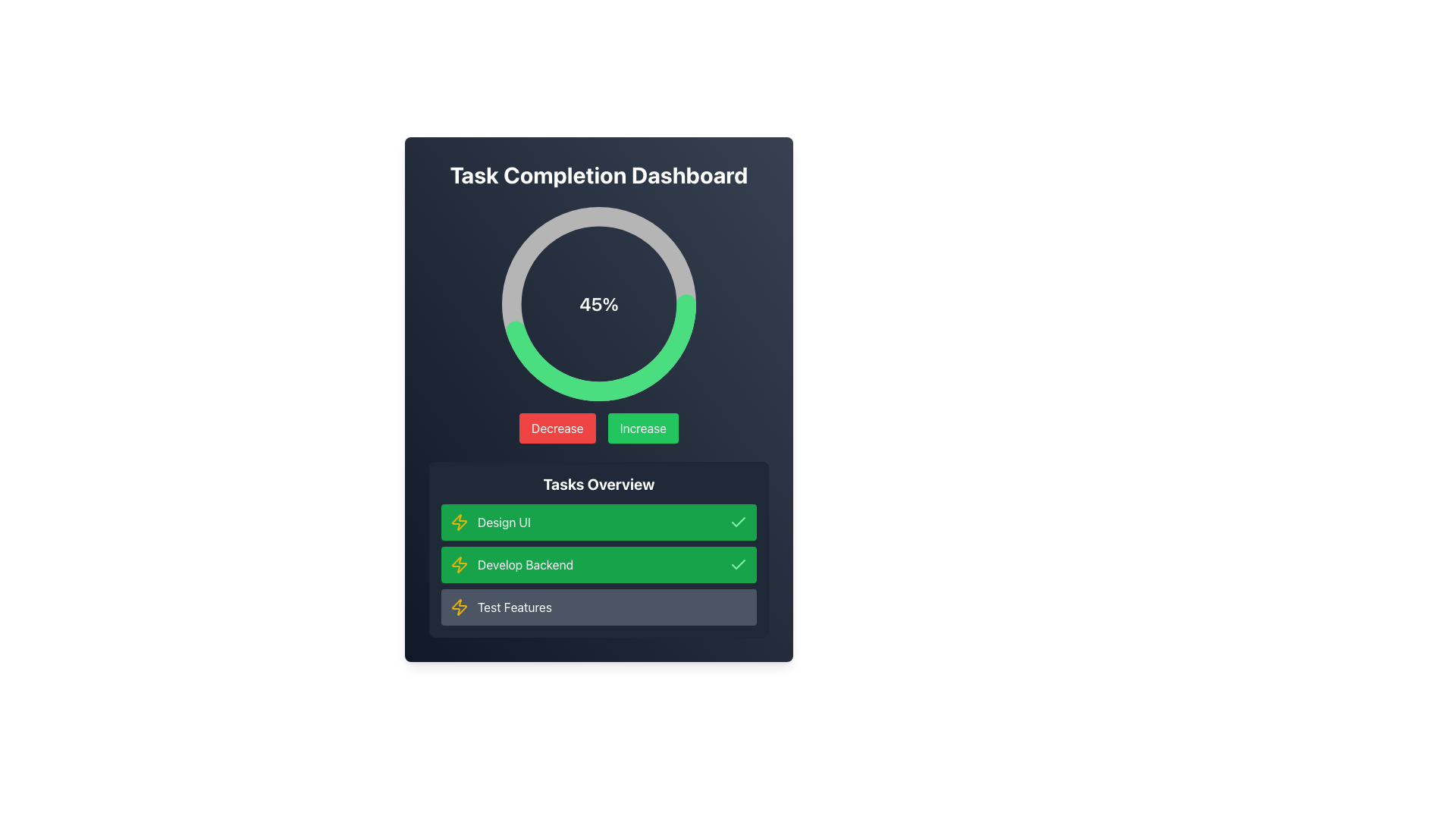 This screenshot has width=1456, height=819. What do you see at coordinates (598, 174) in the screenshot?
I see `the header text element that serves as the title for the dashboard section, positioned above the circular progress chart labeled '45%'` at bounding box center [598, 174].